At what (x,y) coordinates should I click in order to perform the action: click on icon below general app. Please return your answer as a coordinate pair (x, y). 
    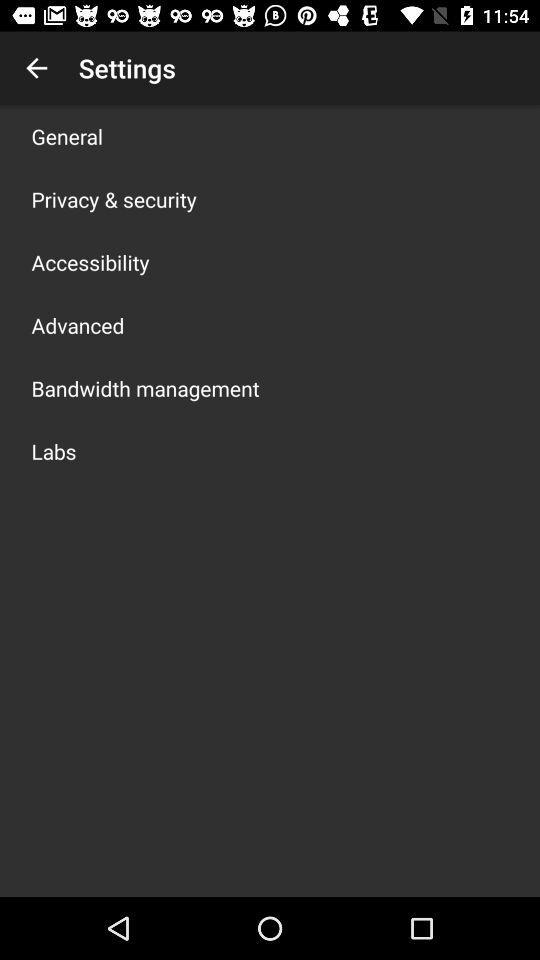
    Looking at the image, I should click on (114, 199).